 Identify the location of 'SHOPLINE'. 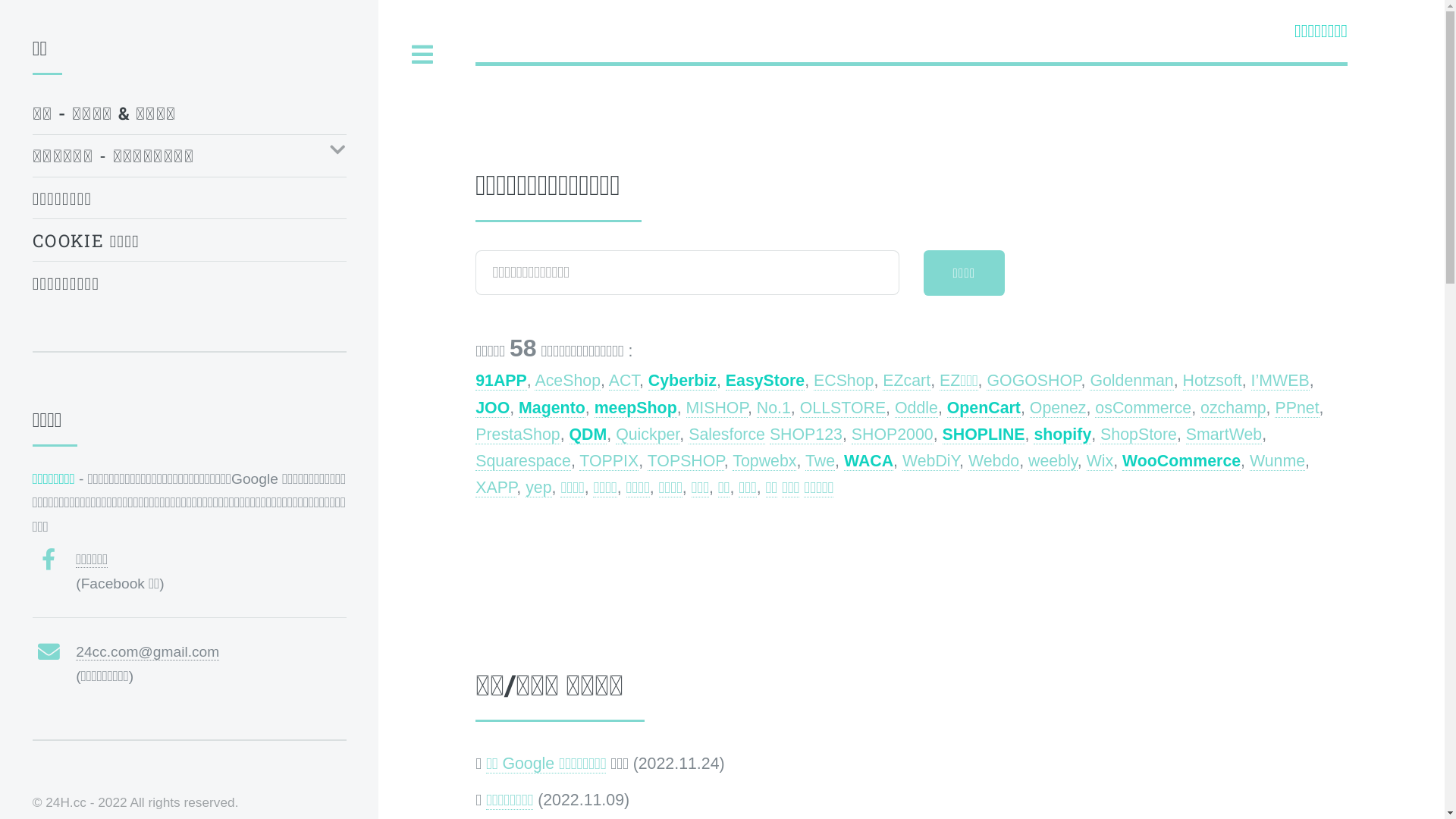
(984, 435).